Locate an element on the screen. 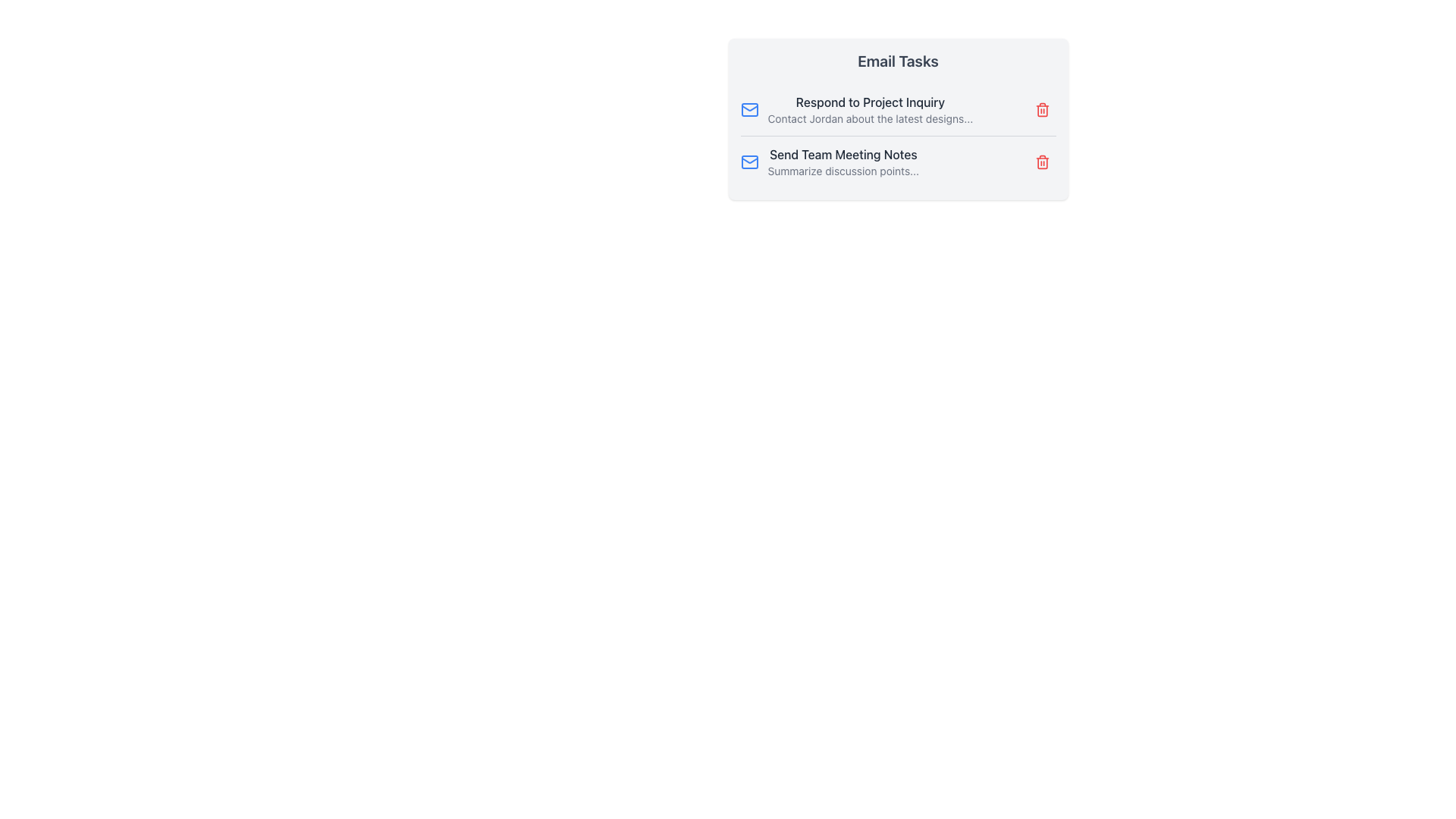 The height and width of the screenshot is (819, 1456). the rectangular icon within the blue outlined email envelope that represents the 'Send Team Meeting Notes' task is located at coordinates (749, 162).